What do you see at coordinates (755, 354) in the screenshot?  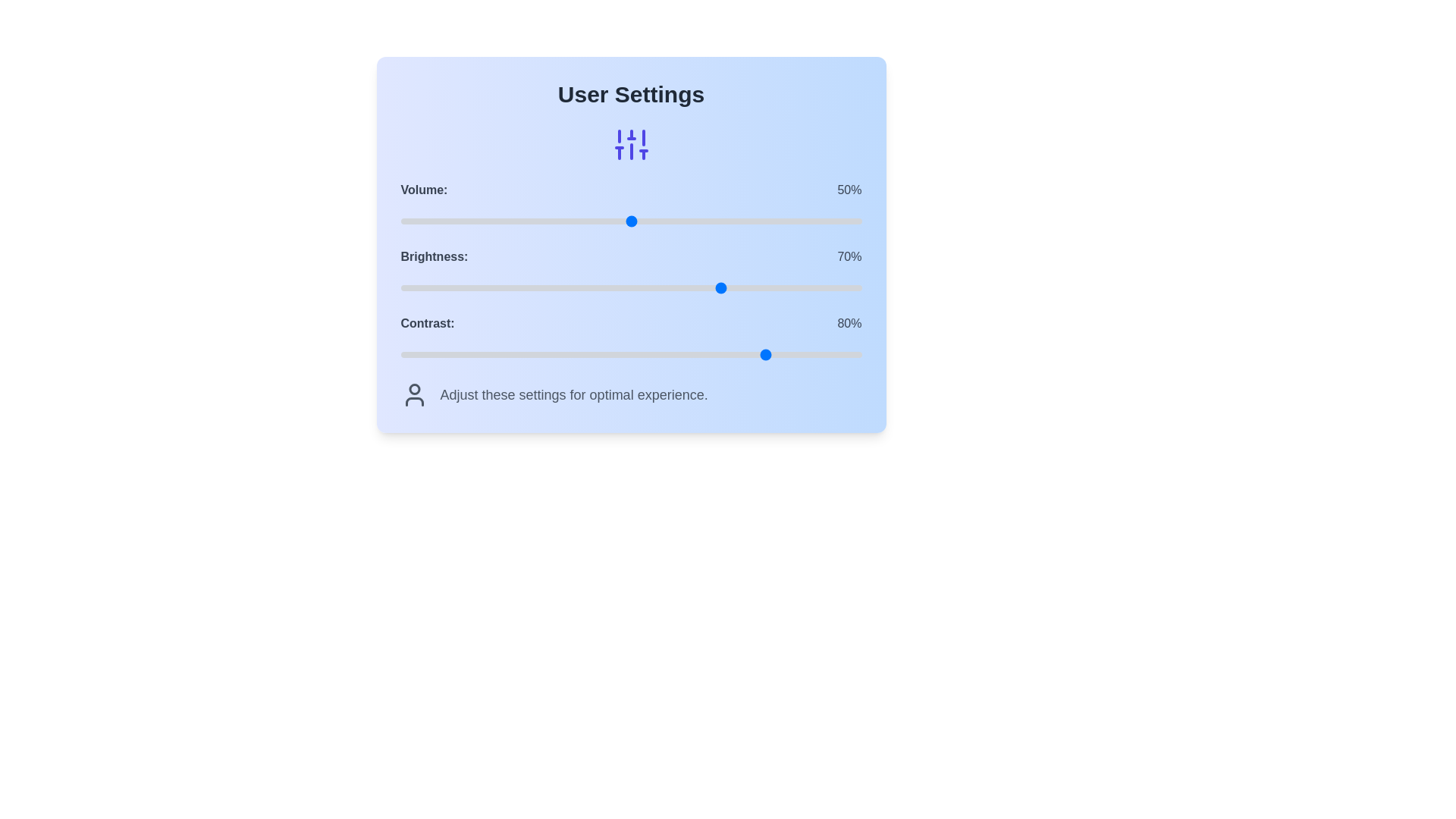 I see `contrast` at bounding box center [755, 354].